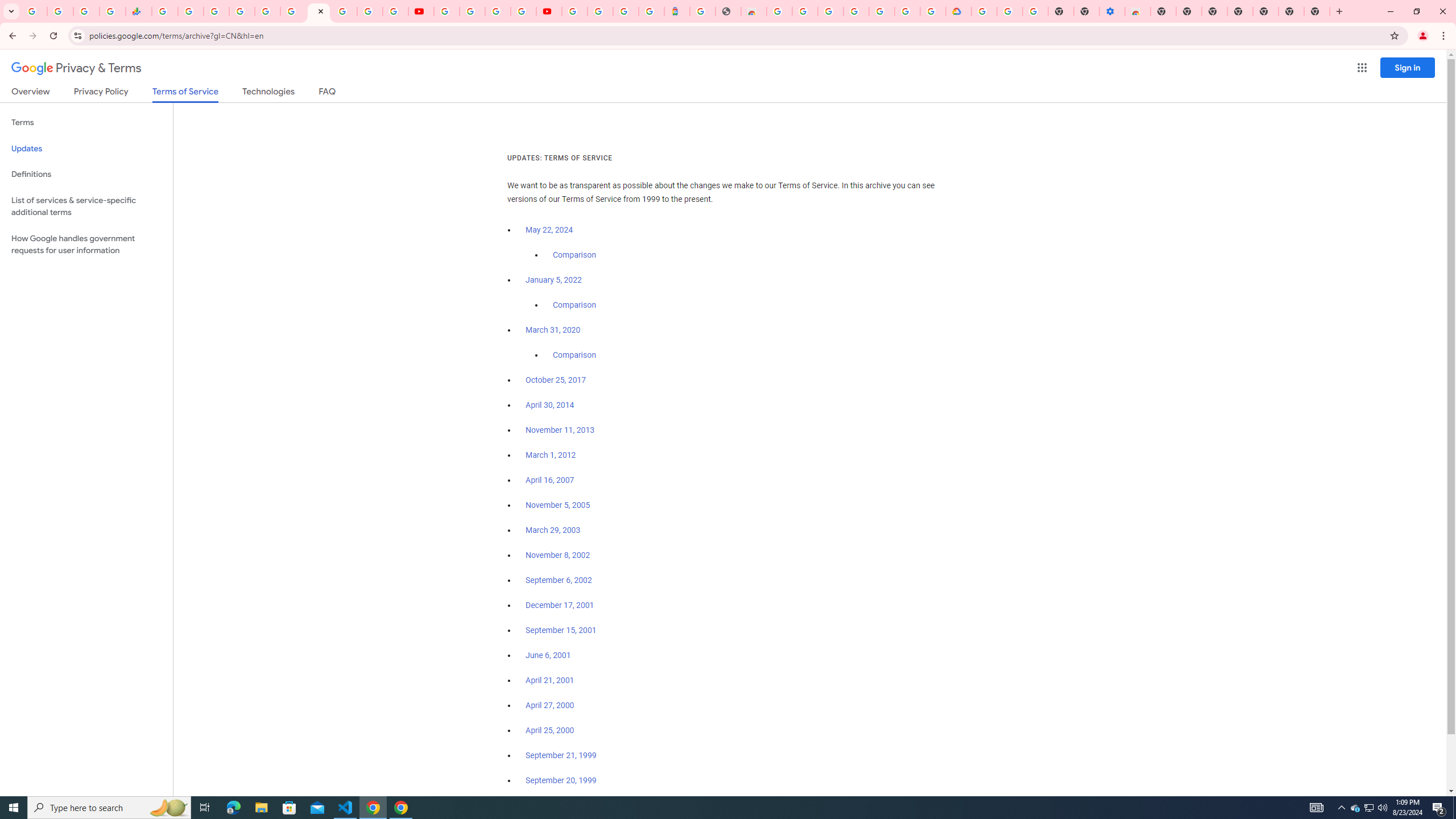 Image resolution: width=1456 pixels, height=819 pixels. What do you see at coordinates (86, 205) in the screenshot?
I see `'List of services & service-specific additional terms'` at bounding box center [86, 205].